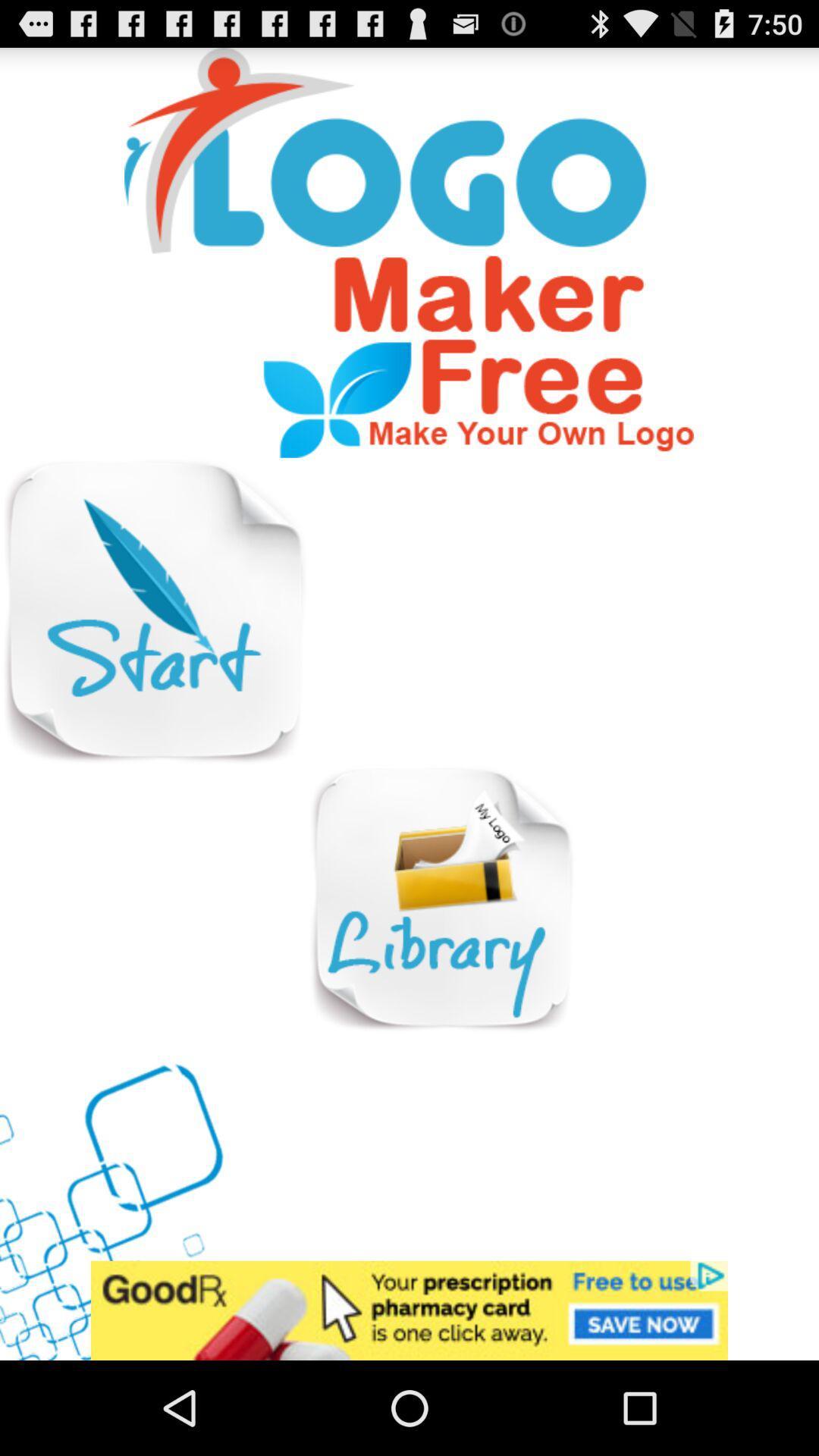  I want to click on open library, so click(441, 899).